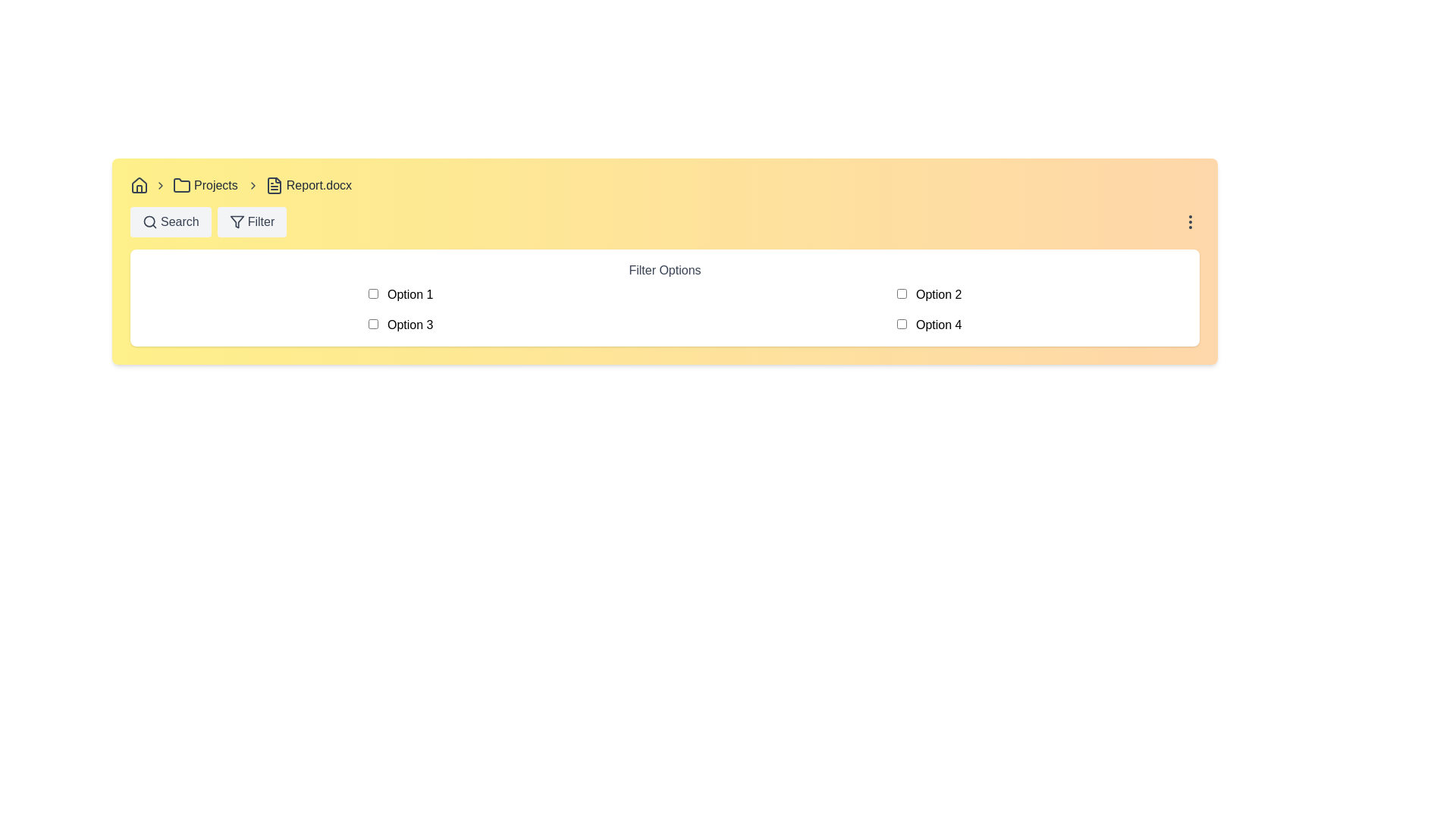  What do you see at coordinates (274, 185) in the screenshot?
I see `the appearance of the document file icon, which is the fourth in the breadcrumb navigation trail following the 'Projects' section and a chevron-right icon` at bounding box center [274, 185].